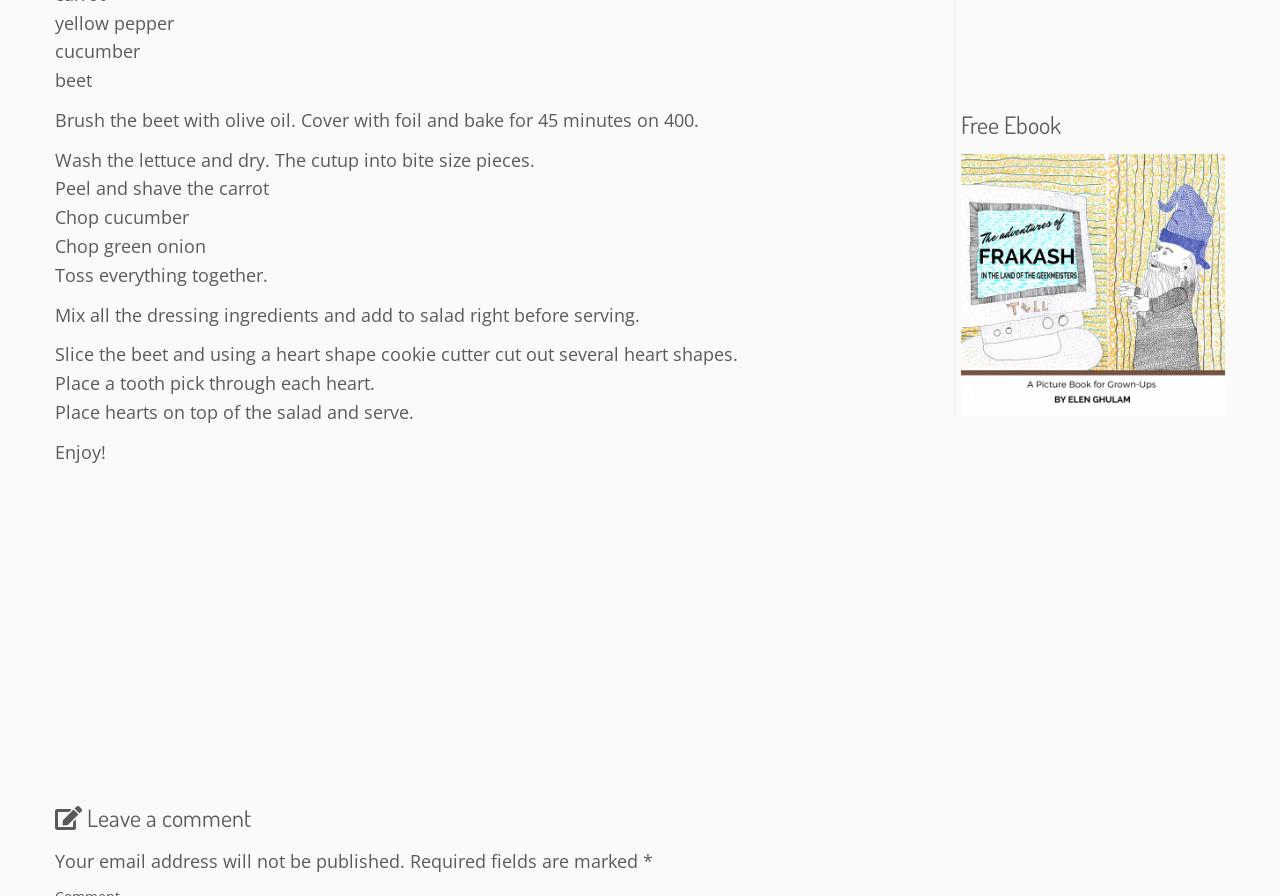 This screenshot has height=896, width=1280. Describe the element at coordinates (647, 859) in the screenshot. I see `'*'` at that location.